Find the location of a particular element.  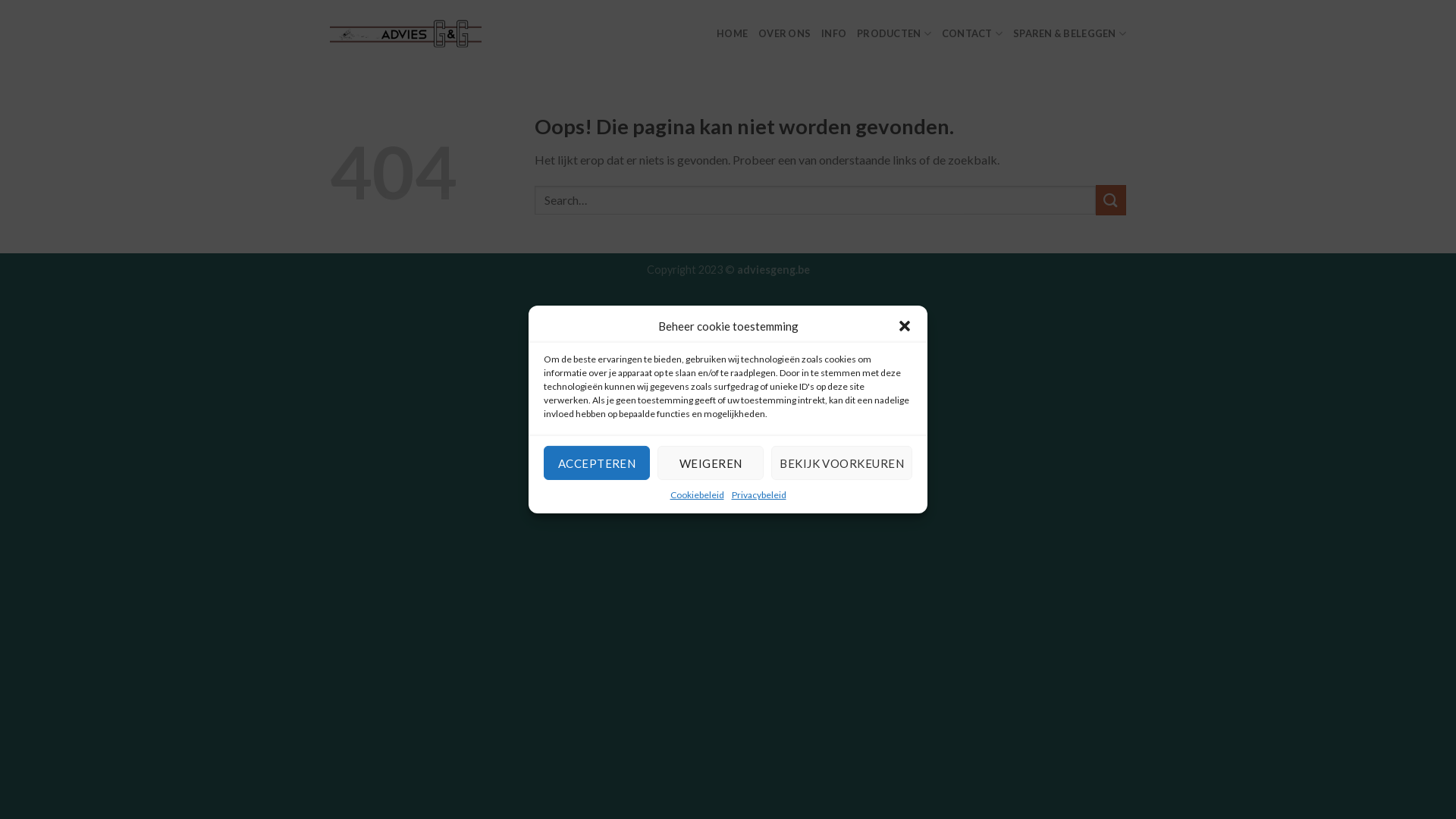

'ACCEPTEREN' is located at coordinates (596, 462).